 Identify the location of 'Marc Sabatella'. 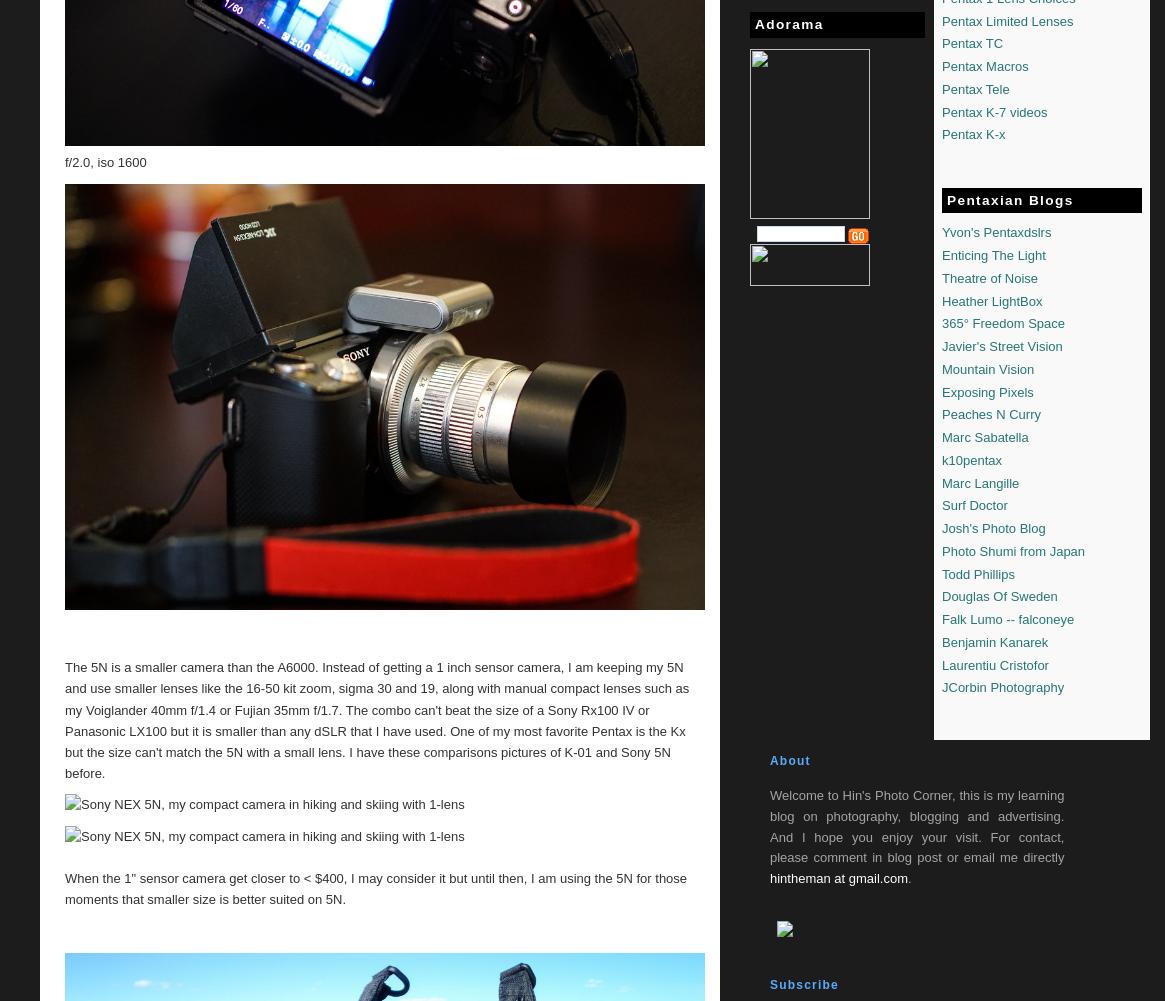
(985, 437).